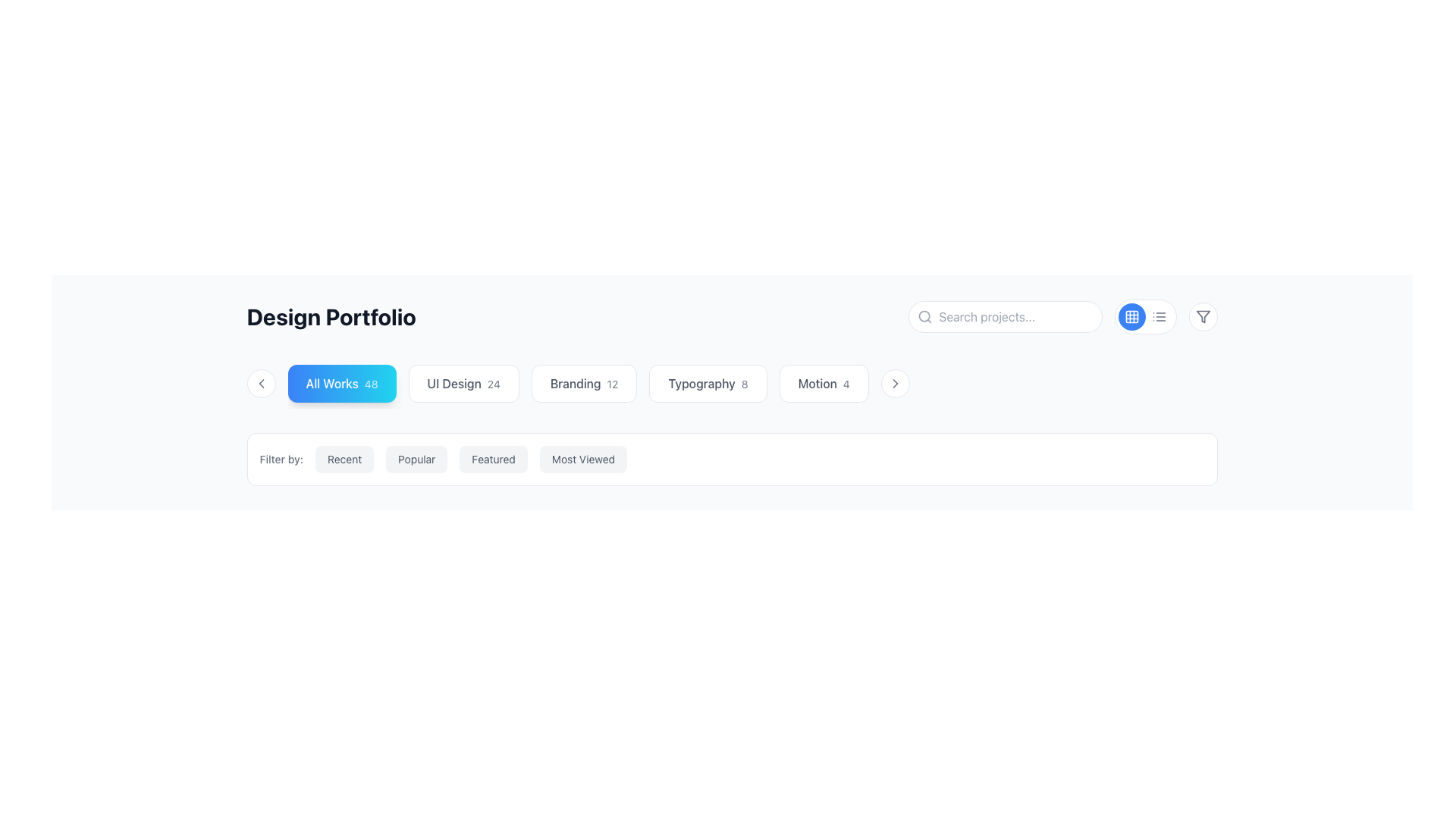 The height and width of the screenshot is (819, 1456). Describe the element at coordinates (416, 458) in the screenshot. I see `the 'Popular' button, which is the second filter option in the horizontal list, to apply the filter` at that location.